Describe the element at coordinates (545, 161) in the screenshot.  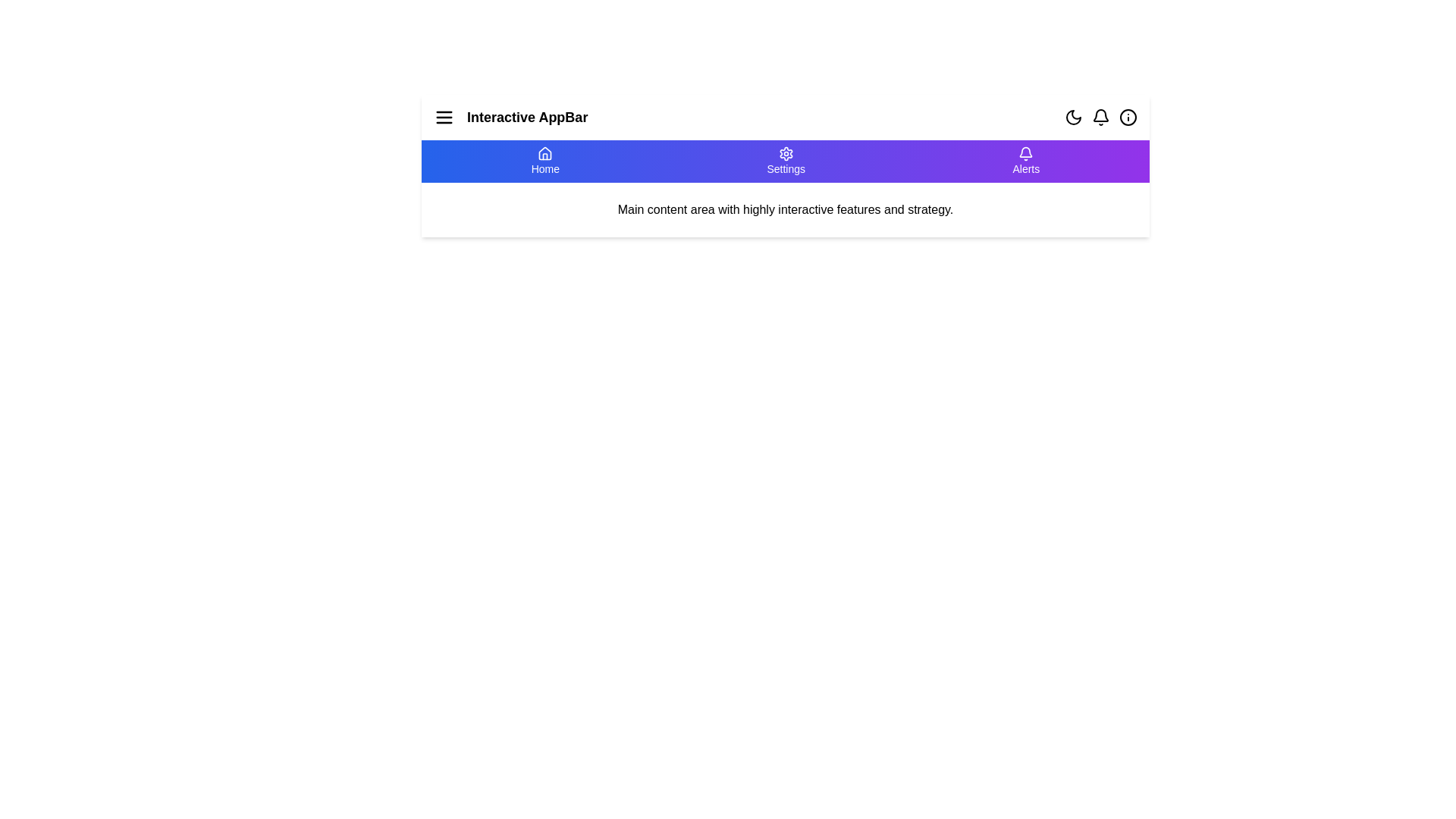
I see `the 'Home' button to navigate to the 'Home' section` at that location.